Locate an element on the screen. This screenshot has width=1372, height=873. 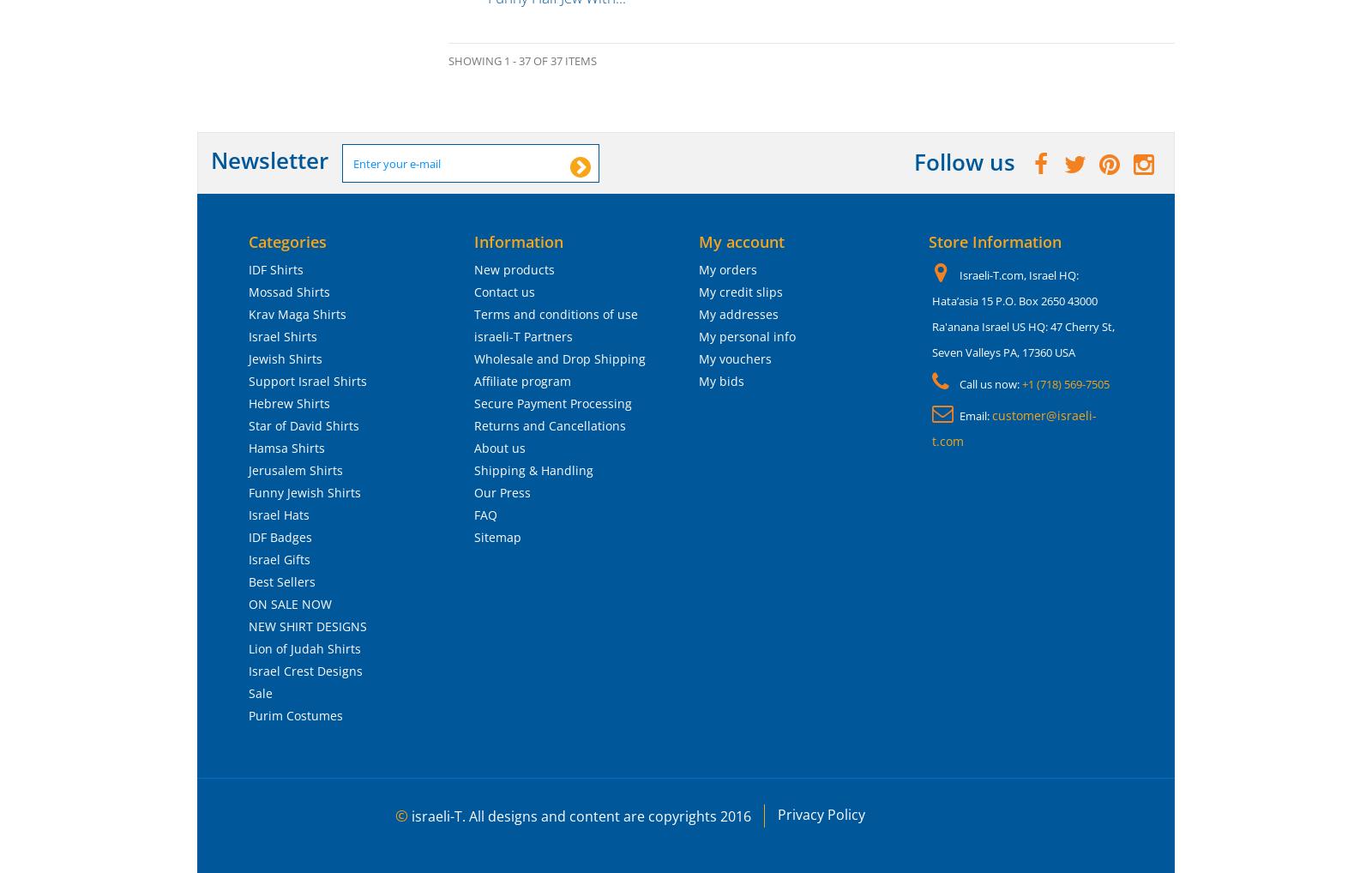
'israeli-T. All designs and content are copyrights 2016' is located at coordinates (580, 816).